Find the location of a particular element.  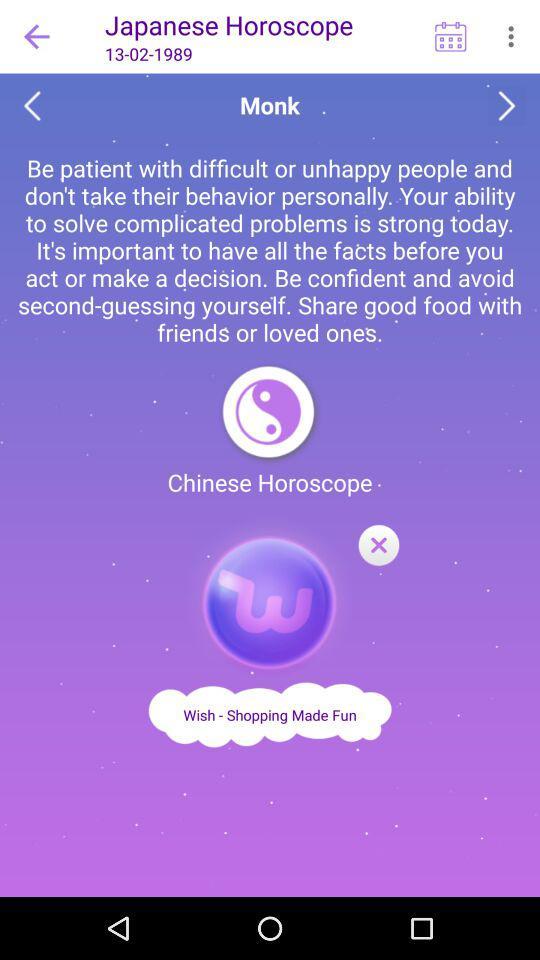

mark is located at coordinates (378, 546).